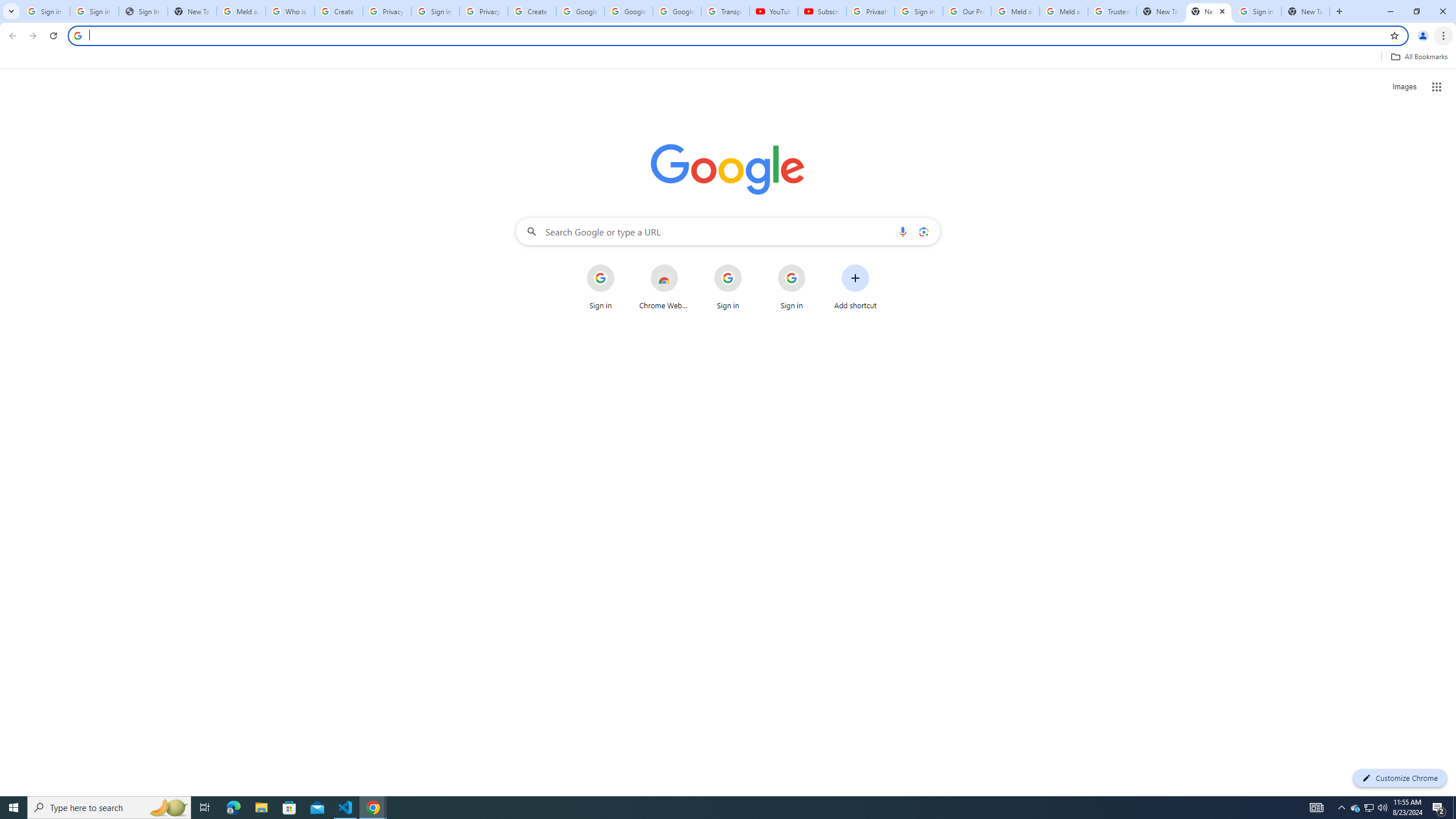 The height and width of the screenshot is (819, 1456). I want to click on 'Subscriptions - YouTube', so click(822, 11).